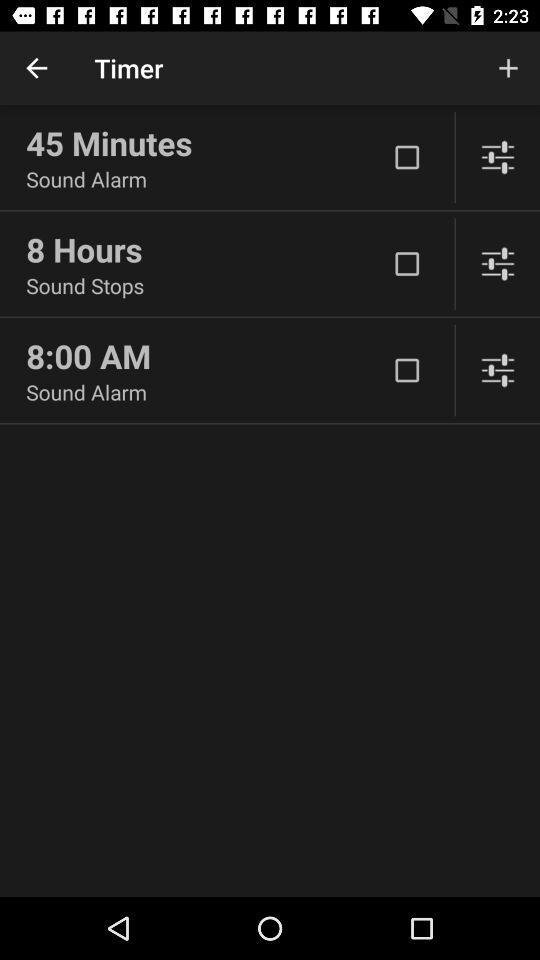 Image resolution: width=540 pixels, height=960 pixels. Describe the element at coordinates (205, 356) in the screenshot. I see `icon below the sound stops item` at that location.